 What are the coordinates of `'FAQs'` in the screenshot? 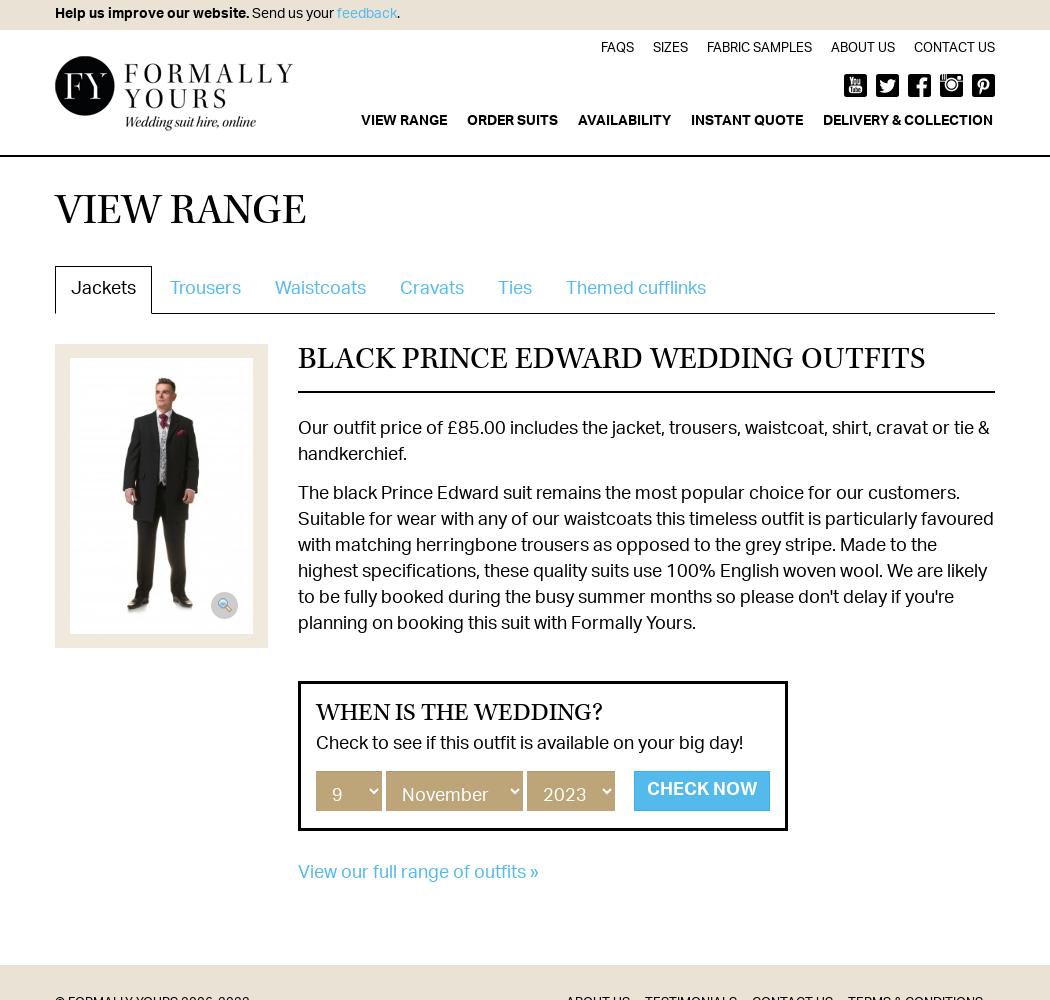 It's located at (601, 48).